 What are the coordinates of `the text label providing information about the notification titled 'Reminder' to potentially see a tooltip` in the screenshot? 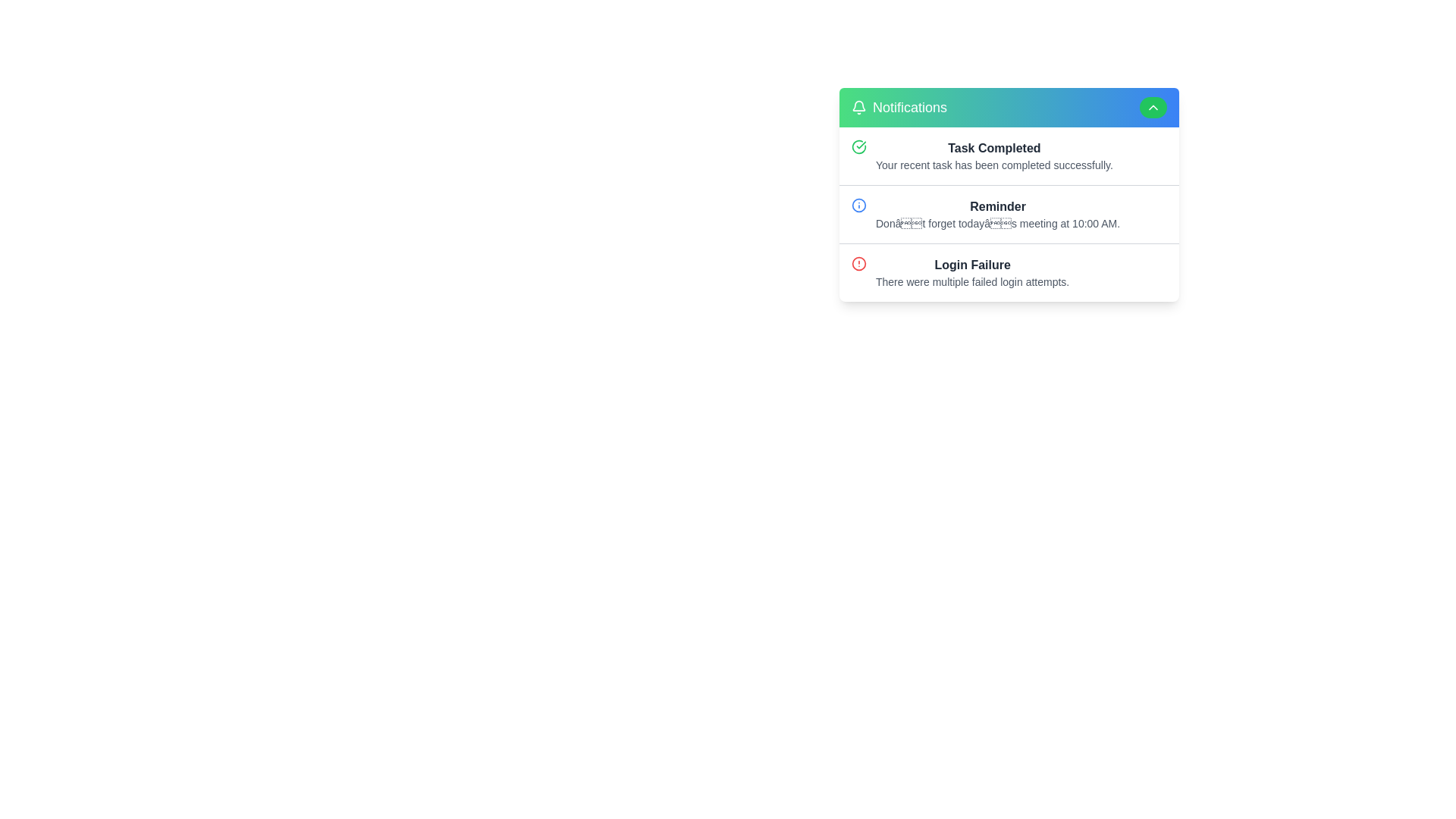 It's located at (998, 223).